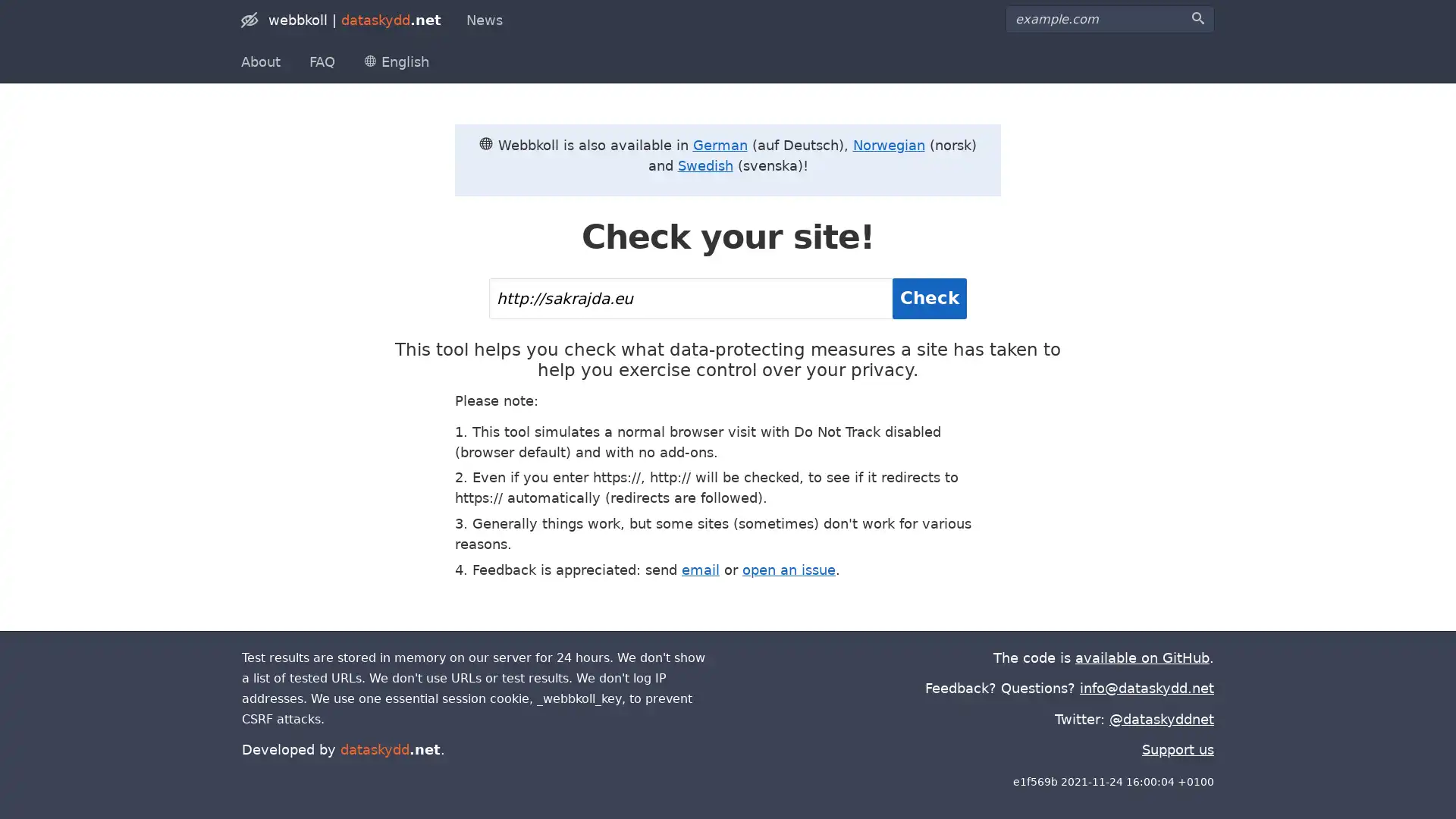  Describe the element at coordinates (928, 298) in the screenshot. I see `Check` at that location.